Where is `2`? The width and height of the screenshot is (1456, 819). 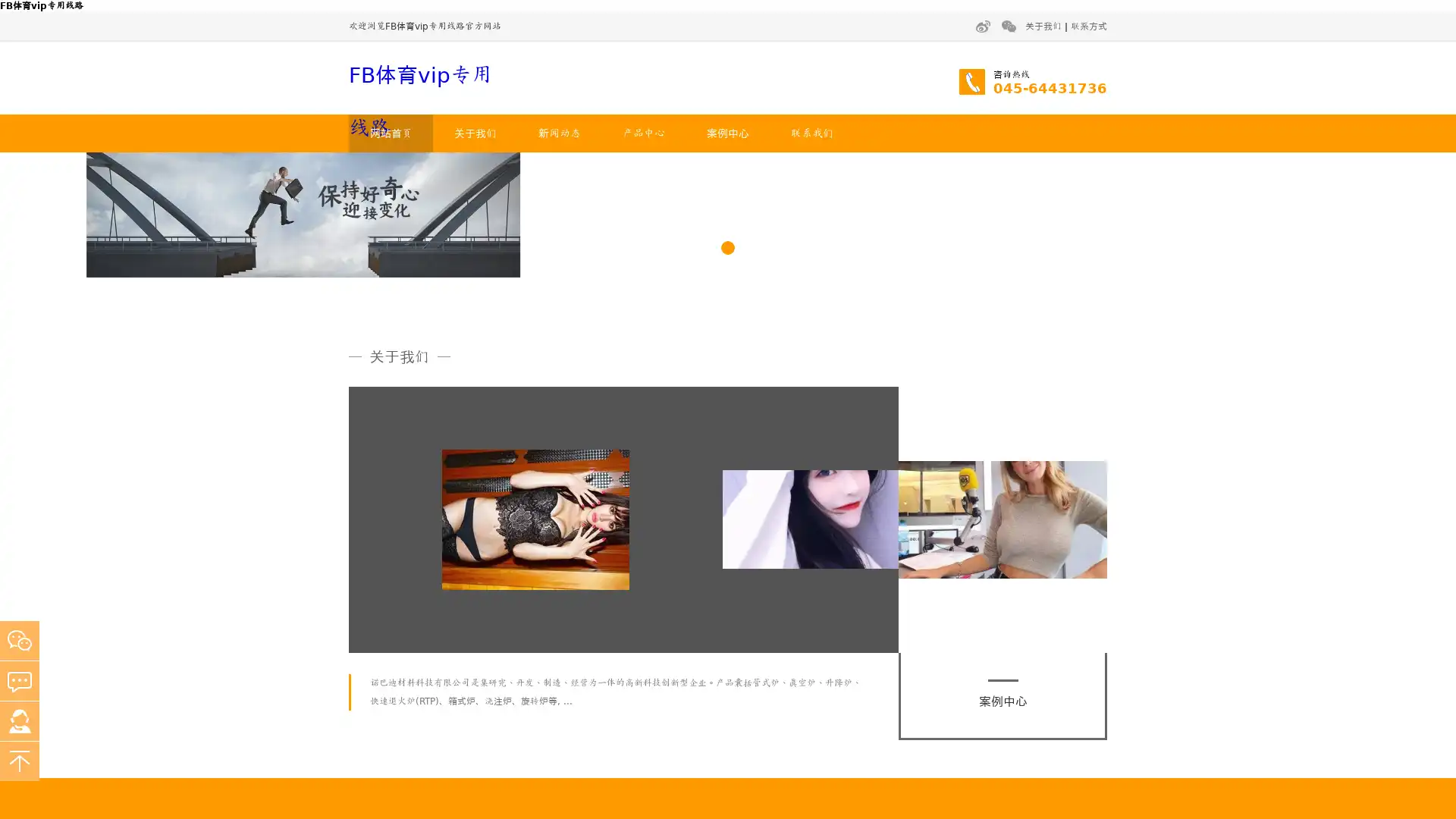 2 is located at coordinates (728, 422).